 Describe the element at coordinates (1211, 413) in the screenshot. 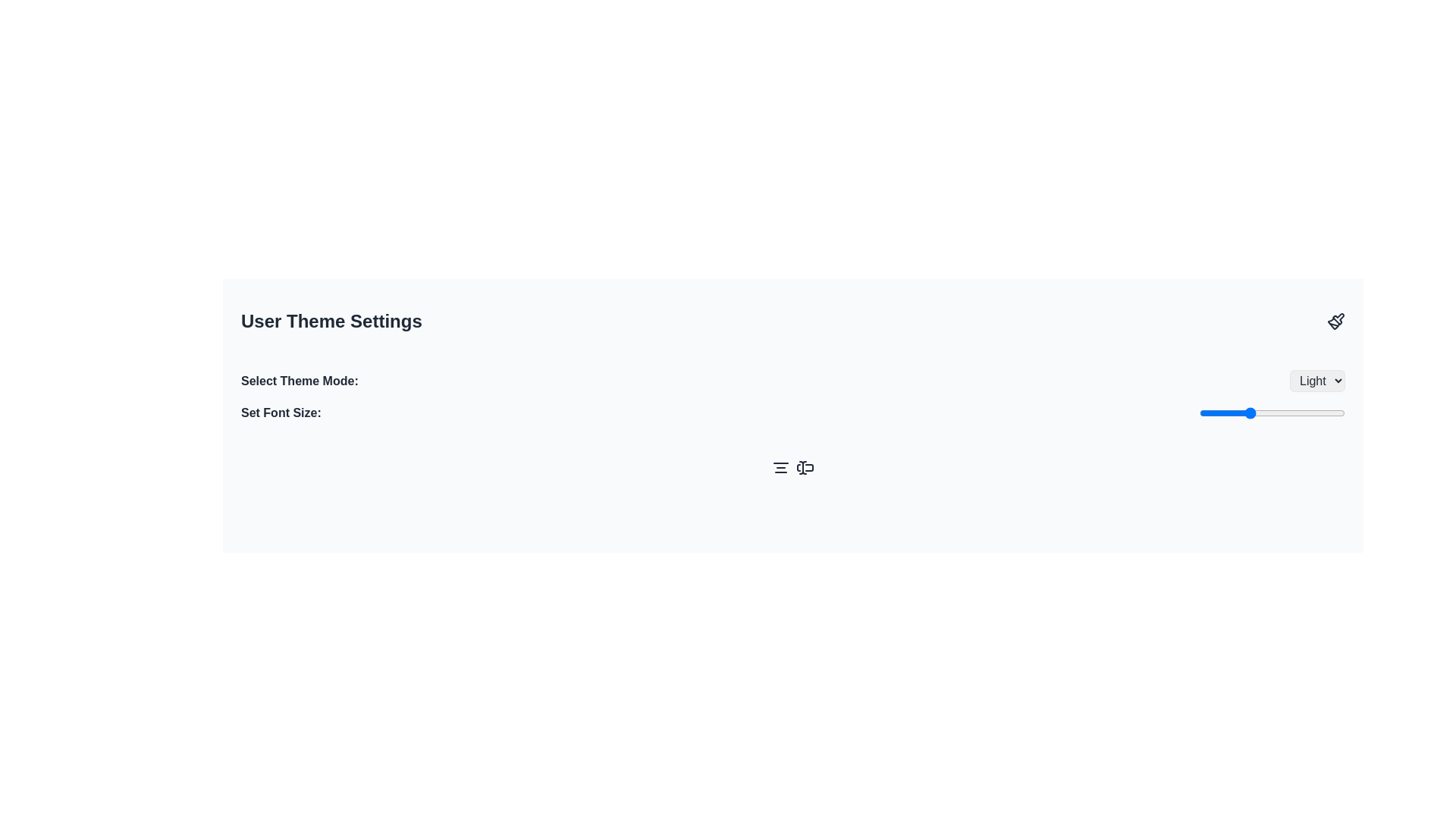

I see `the font size` at that location.